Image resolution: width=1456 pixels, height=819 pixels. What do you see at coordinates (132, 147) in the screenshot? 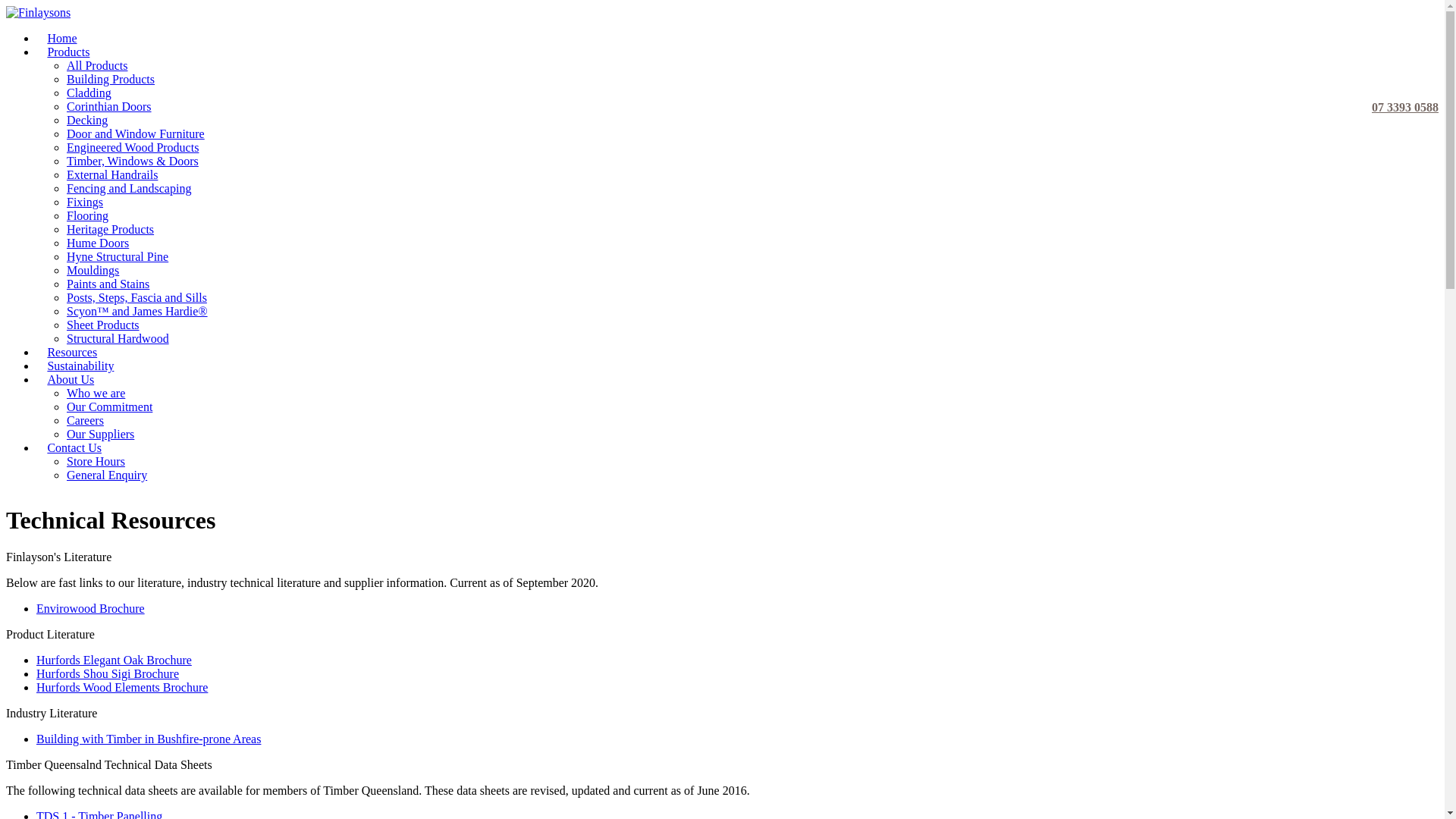
I see `'Engineered Wood Products'` at bounding box center [132, 147].